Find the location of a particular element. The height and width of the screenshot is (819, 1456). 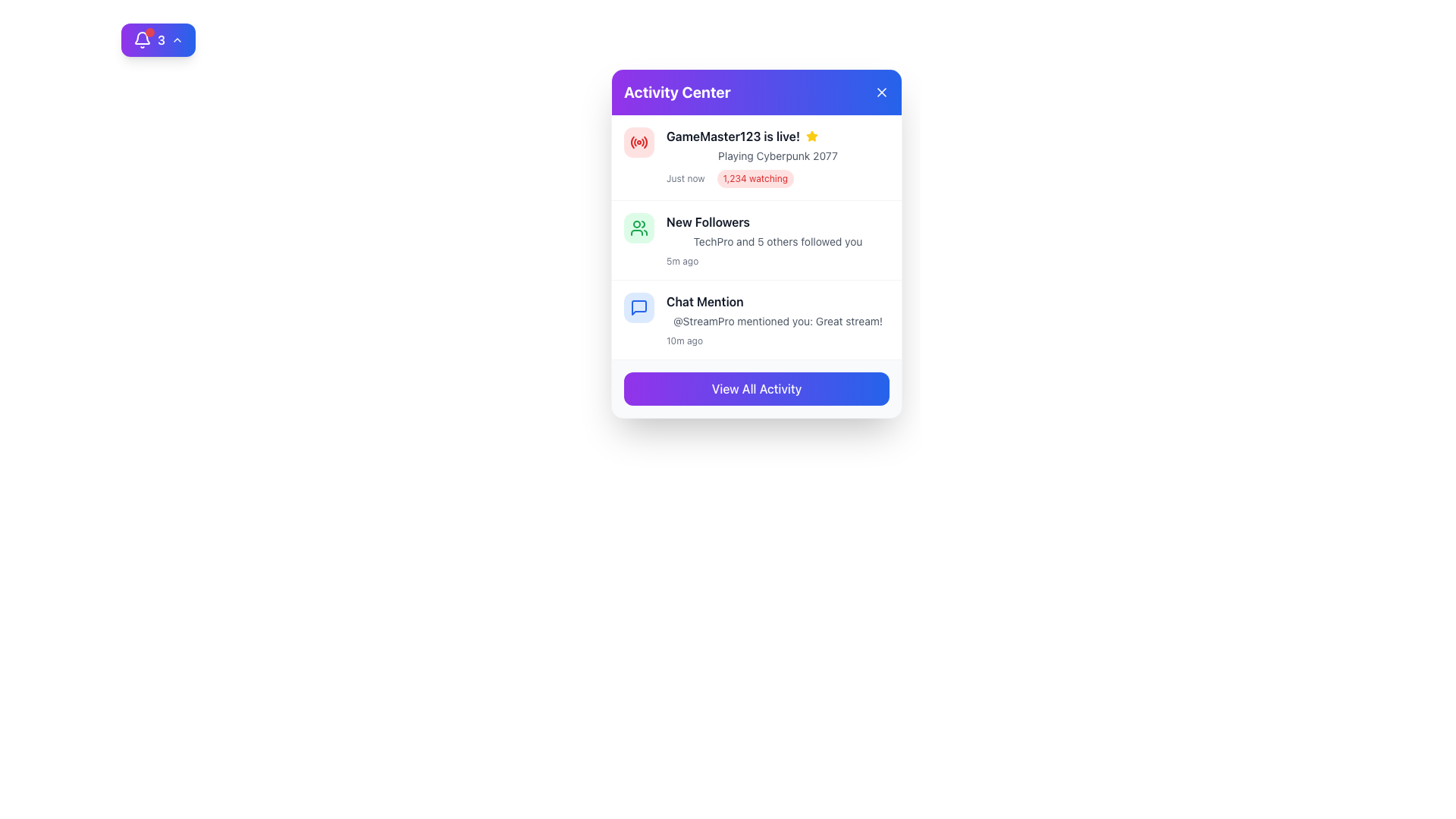

the chat notification icon located in the 'Activity Center' panel, which is visually represented as a chat or message notification icon. This icon is positioned immediately to the left of the text '@StreamPro mentioned you: Great stream!' and above the timestamp '10m ago' is located at coordinates (639, 307).